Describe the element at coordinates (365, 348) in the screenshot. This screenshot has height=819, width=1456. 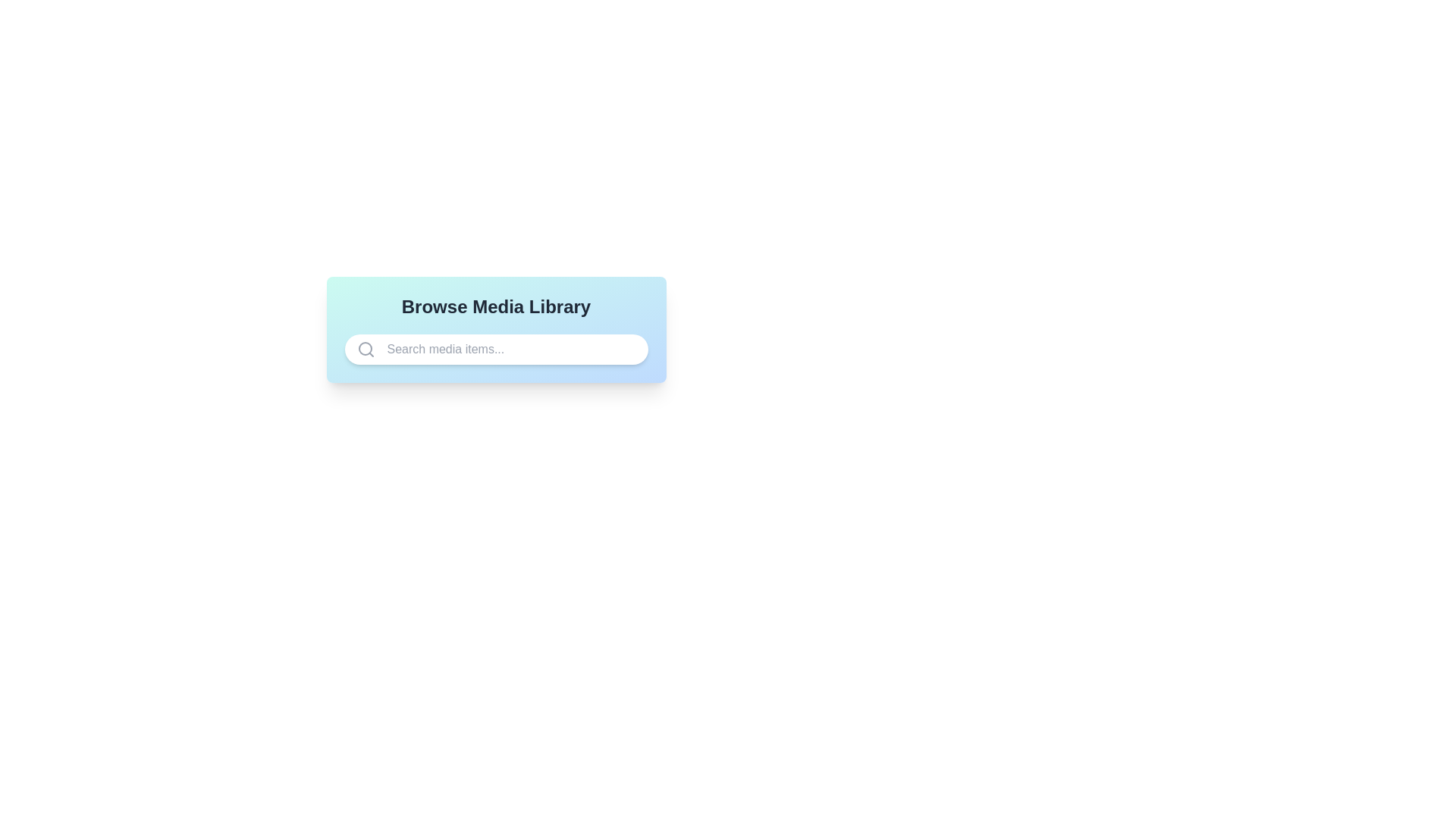
I see `the circular magnifying glass lens icon located to the left of the search input field` at that location.